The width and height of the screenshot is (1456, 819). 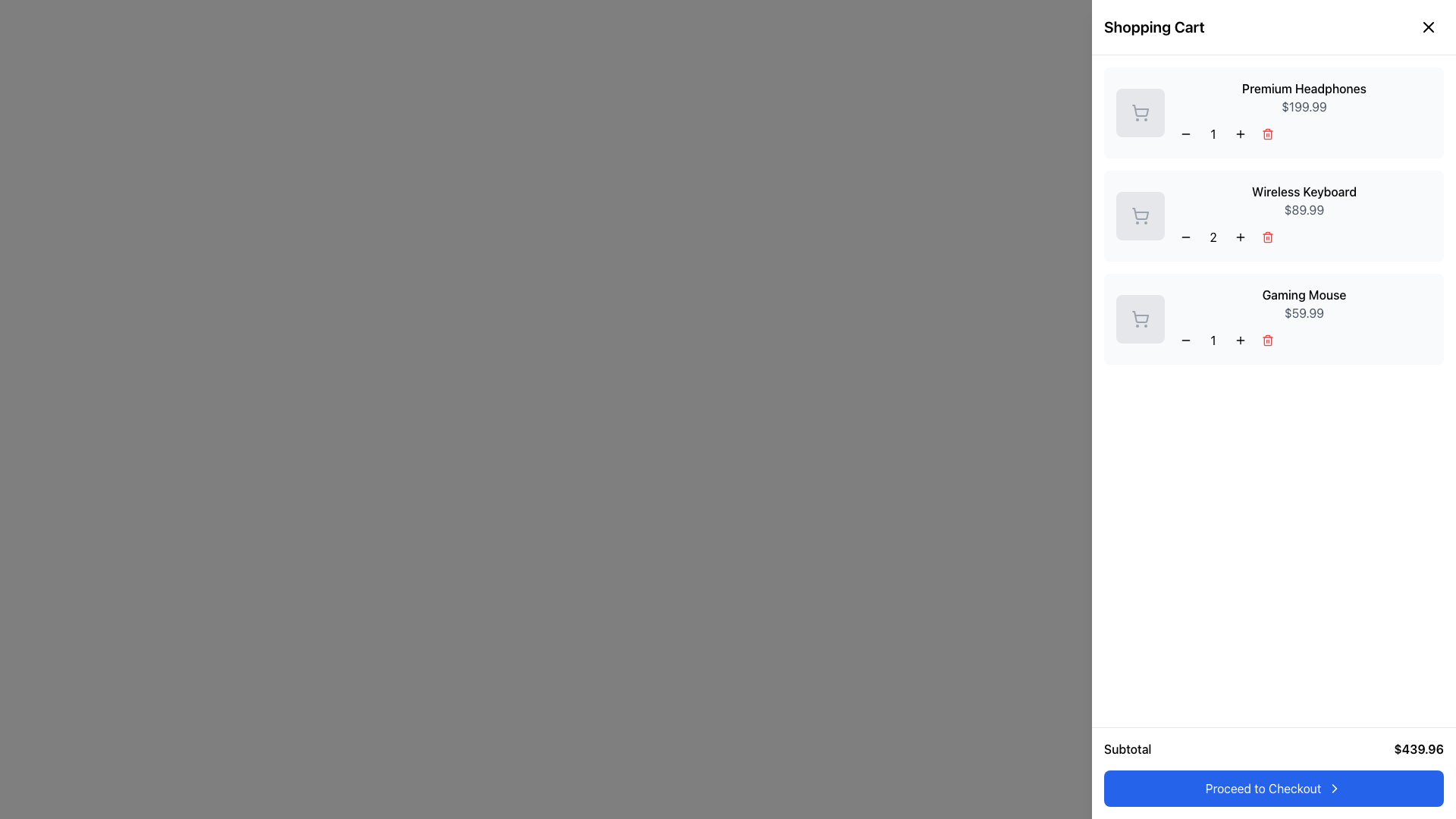 What do you see at coordinates (1140, 318) in the screenshot?
I see `the shopping cart icon, which is a gray icon with a rounded light gray background located to the left of the text 'Gaming Mouse' in the cart list` at bounding box center [1140, 318].